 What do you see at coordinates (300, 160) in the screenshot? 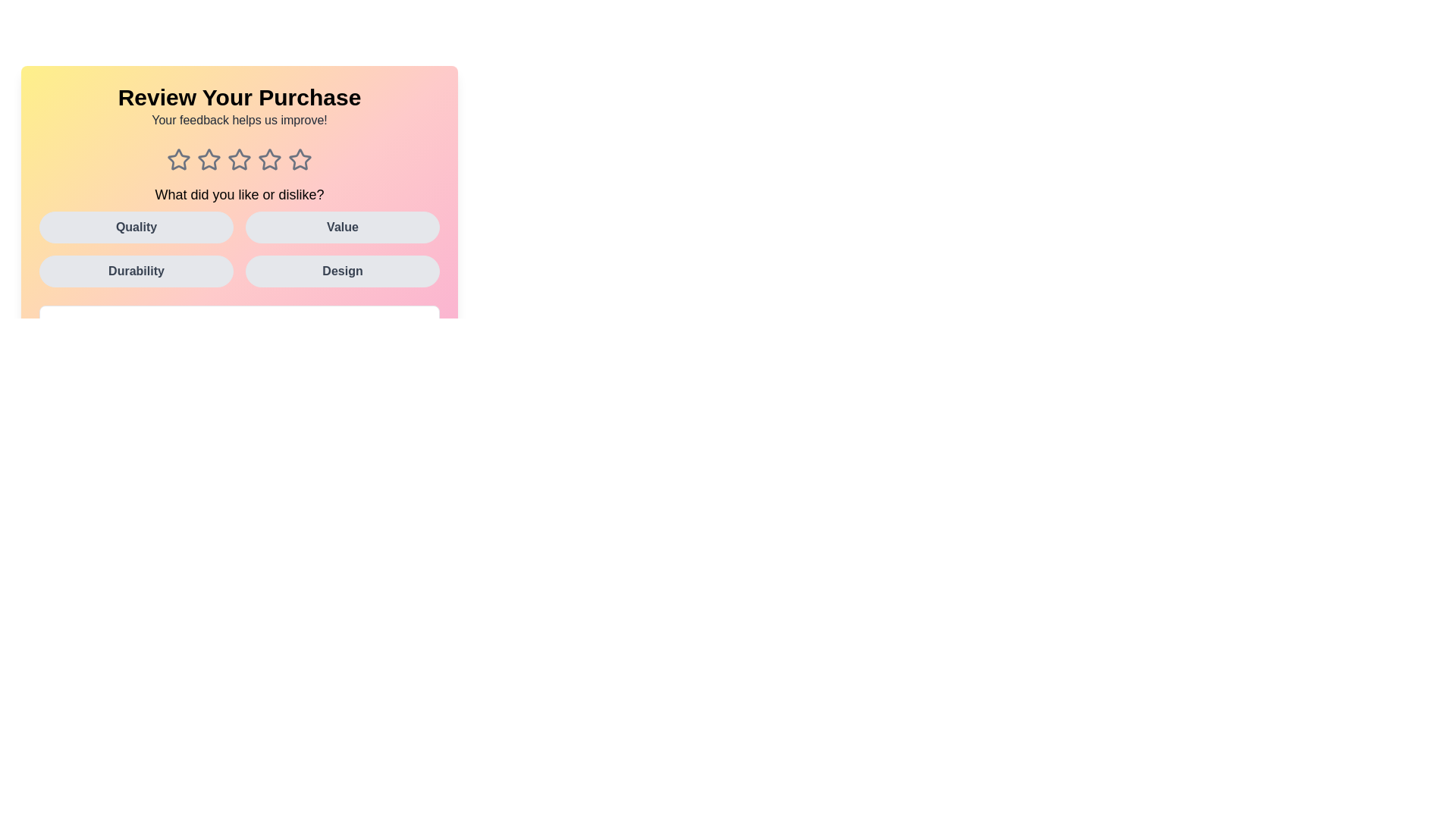
I see `the fifth star icon in the review section` at bounding box center [300, 160].